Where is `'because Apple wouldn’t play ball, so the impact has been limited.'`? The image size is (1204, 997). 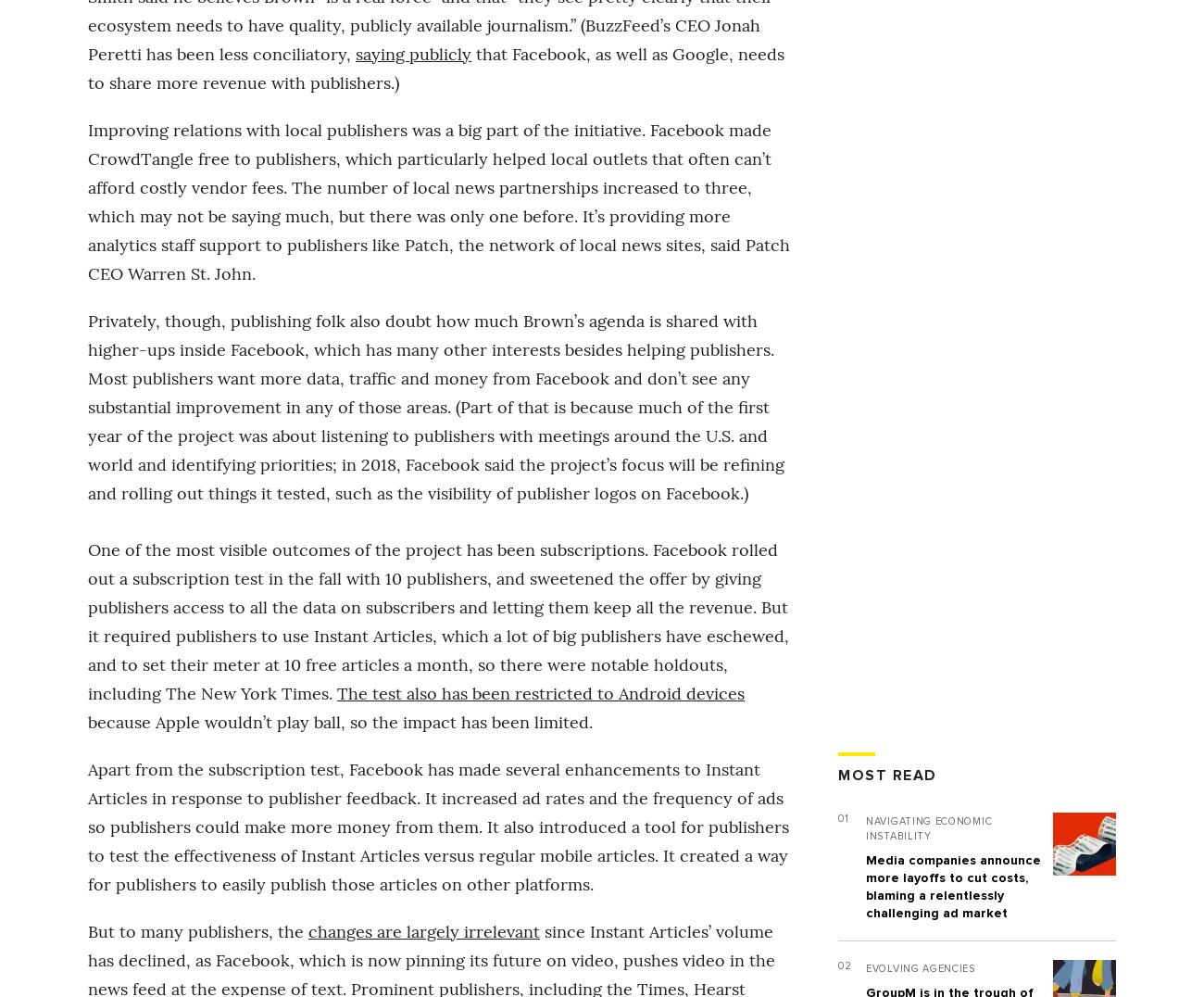 'because Apple wouldn’t play ball, so the impact has been limited.' is located at coordinates (88, 721).